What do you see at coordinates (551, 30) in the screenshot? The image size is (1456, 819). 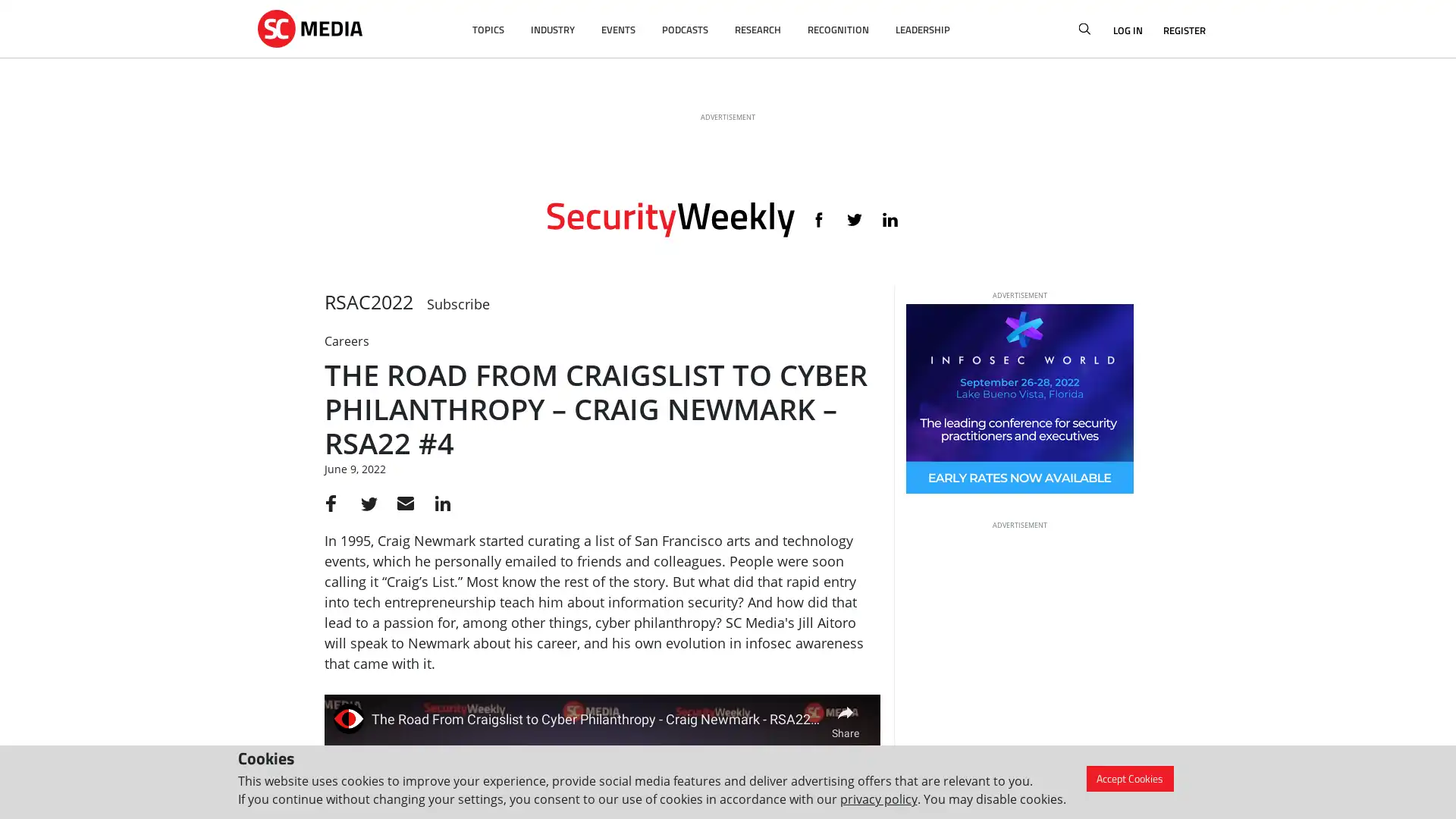 I see `INDUSTRY` at bounding box center [551, 30].